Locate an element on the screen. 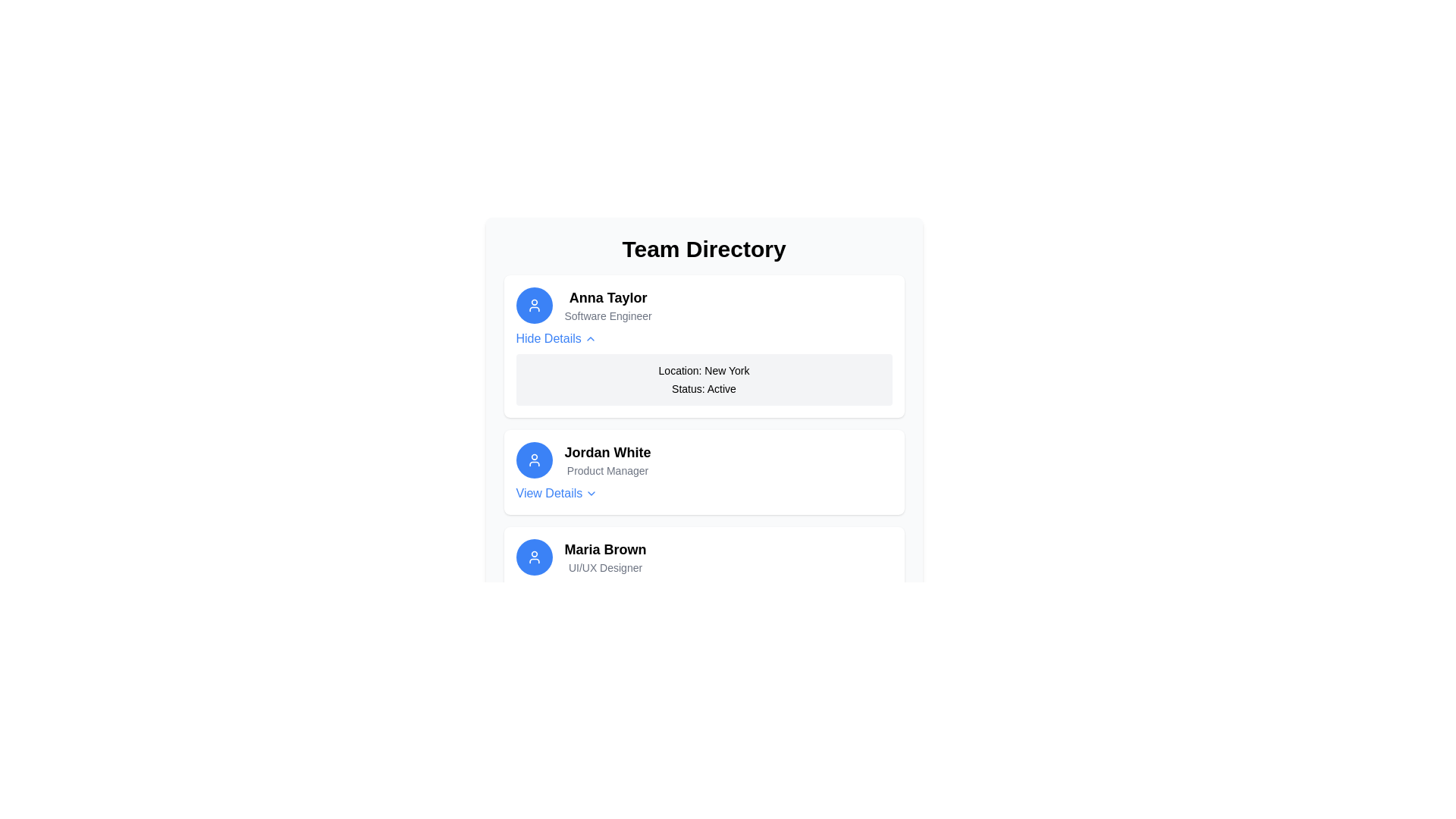 The width and height of the screenshot is (1456, 819). the Avatar icon is located at coordinates (534, 305).